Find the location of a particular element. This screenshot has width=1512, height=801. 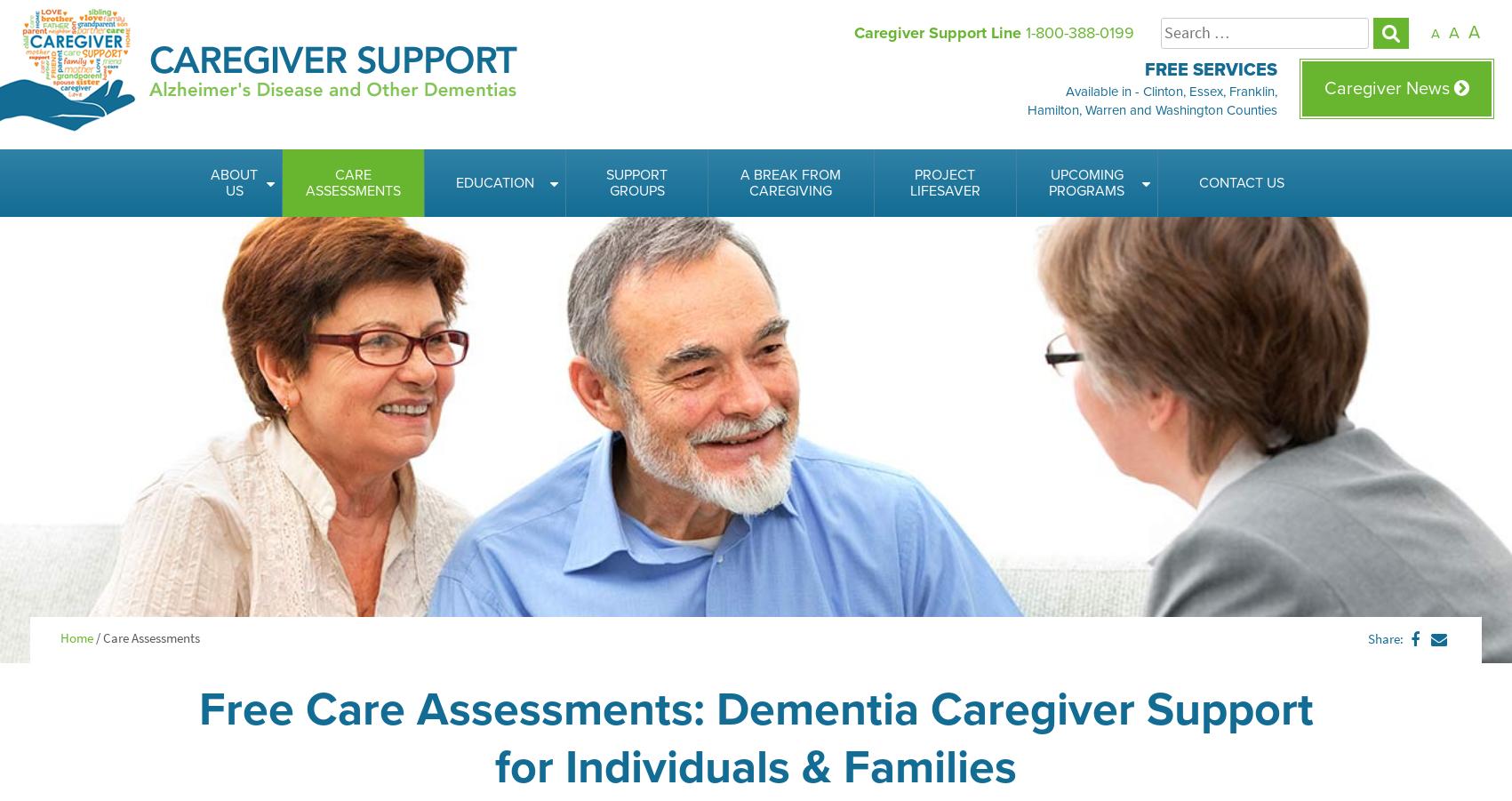

'Contact Us' is located at coordinates (1240, 181).